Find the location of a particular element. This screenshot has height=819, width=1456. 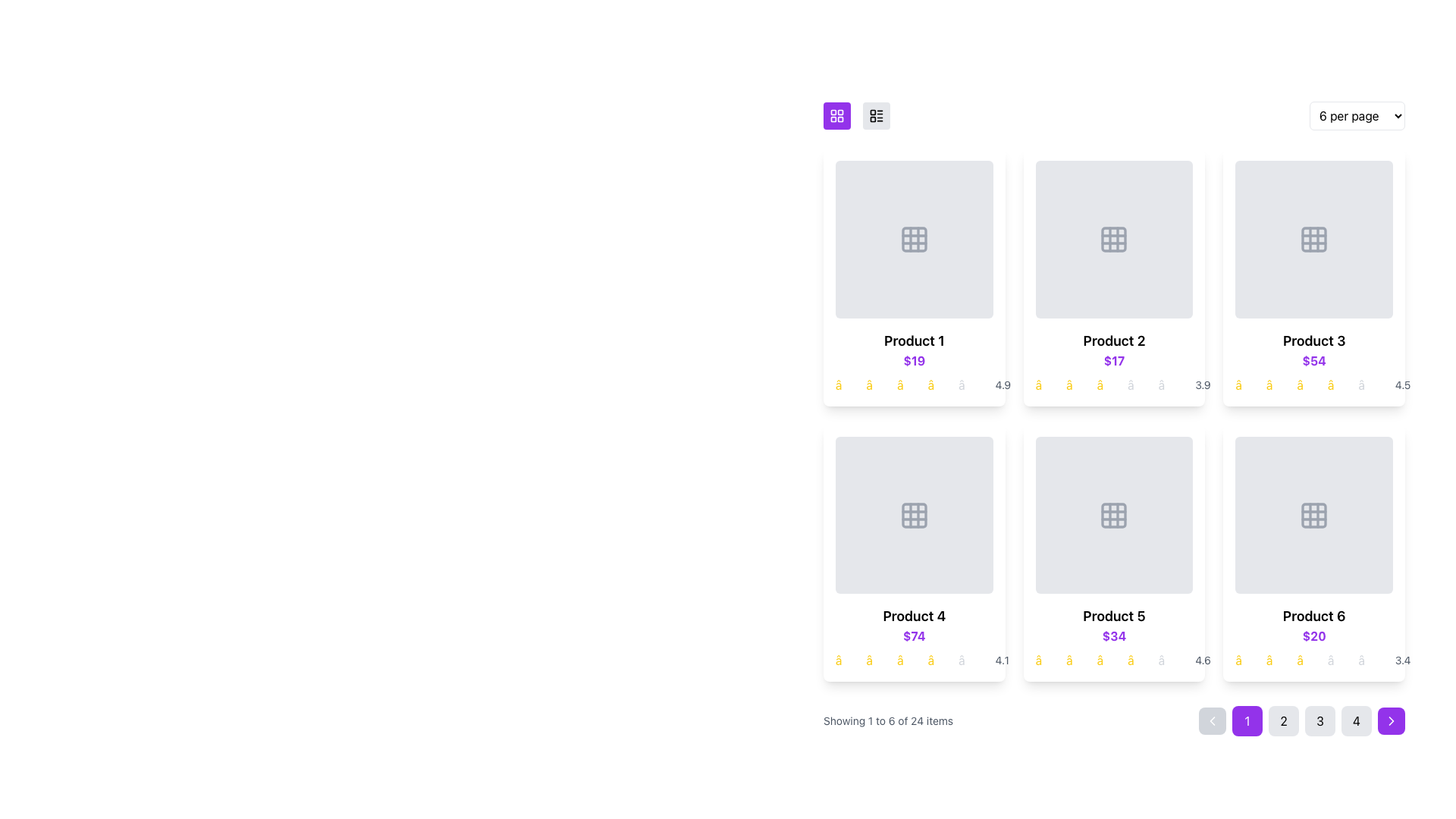

the grid icon representing an image placeholder for 'Product 6' located in the bottom-right position of the product grid is located at coordinates (1313, 514).